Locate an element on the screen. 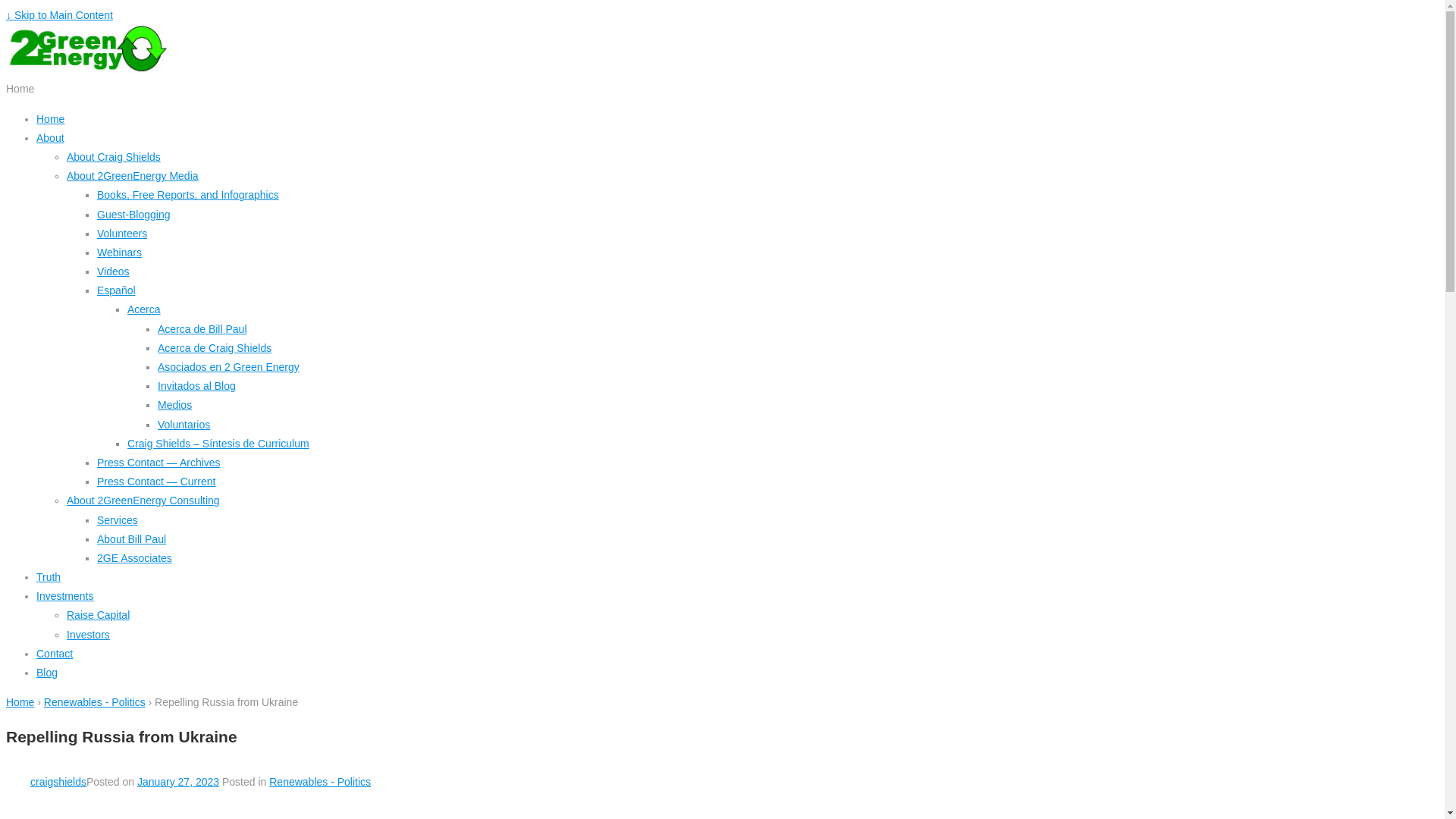 This screenshot has height=819, width=1456. 'Acerca' is located at coordinates (144, 309).